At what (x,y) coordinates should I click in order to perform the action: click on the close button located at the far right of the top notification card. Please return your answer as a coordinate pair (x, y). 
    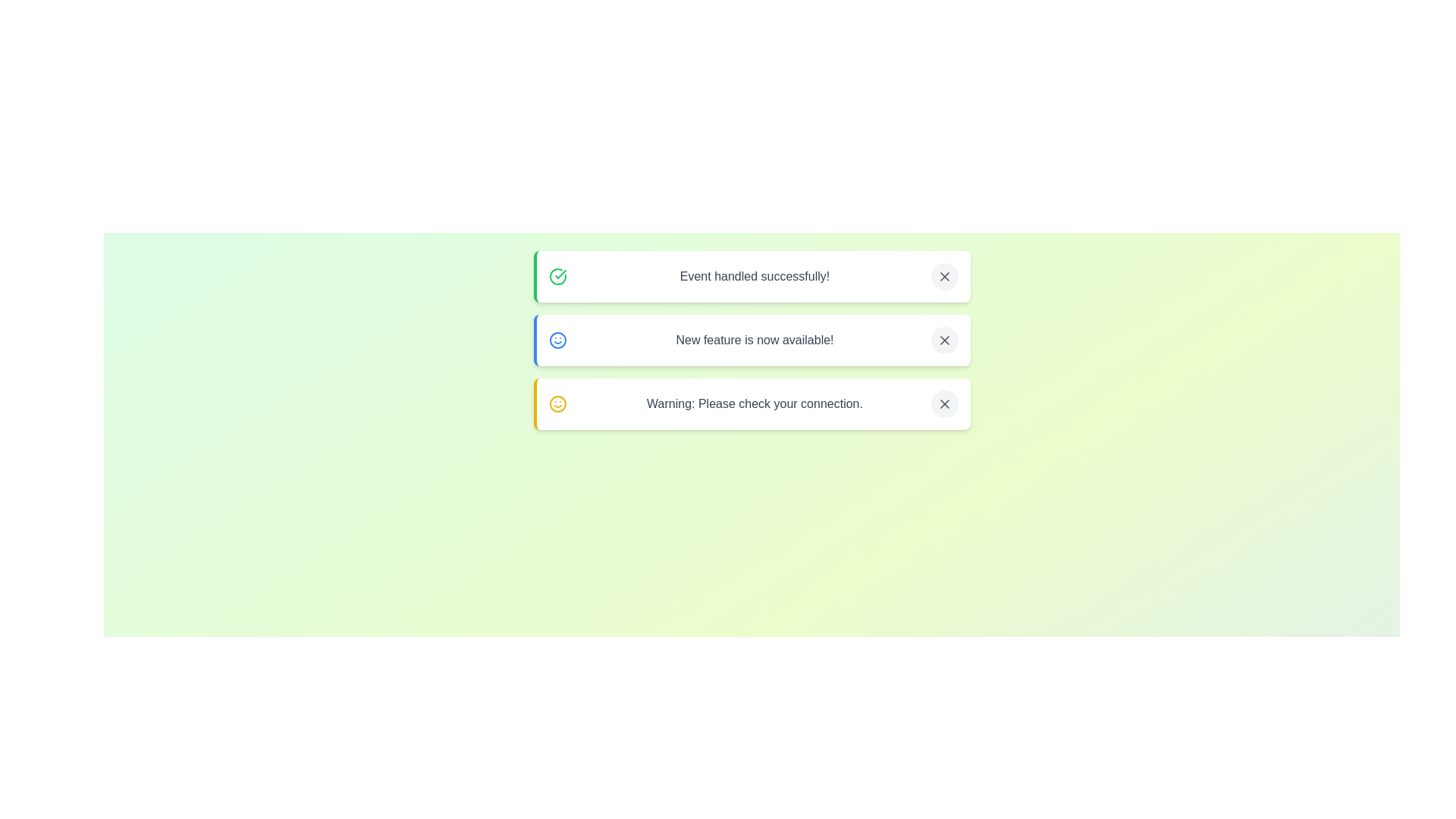
    Looking at the image, I should click on (943, 277).